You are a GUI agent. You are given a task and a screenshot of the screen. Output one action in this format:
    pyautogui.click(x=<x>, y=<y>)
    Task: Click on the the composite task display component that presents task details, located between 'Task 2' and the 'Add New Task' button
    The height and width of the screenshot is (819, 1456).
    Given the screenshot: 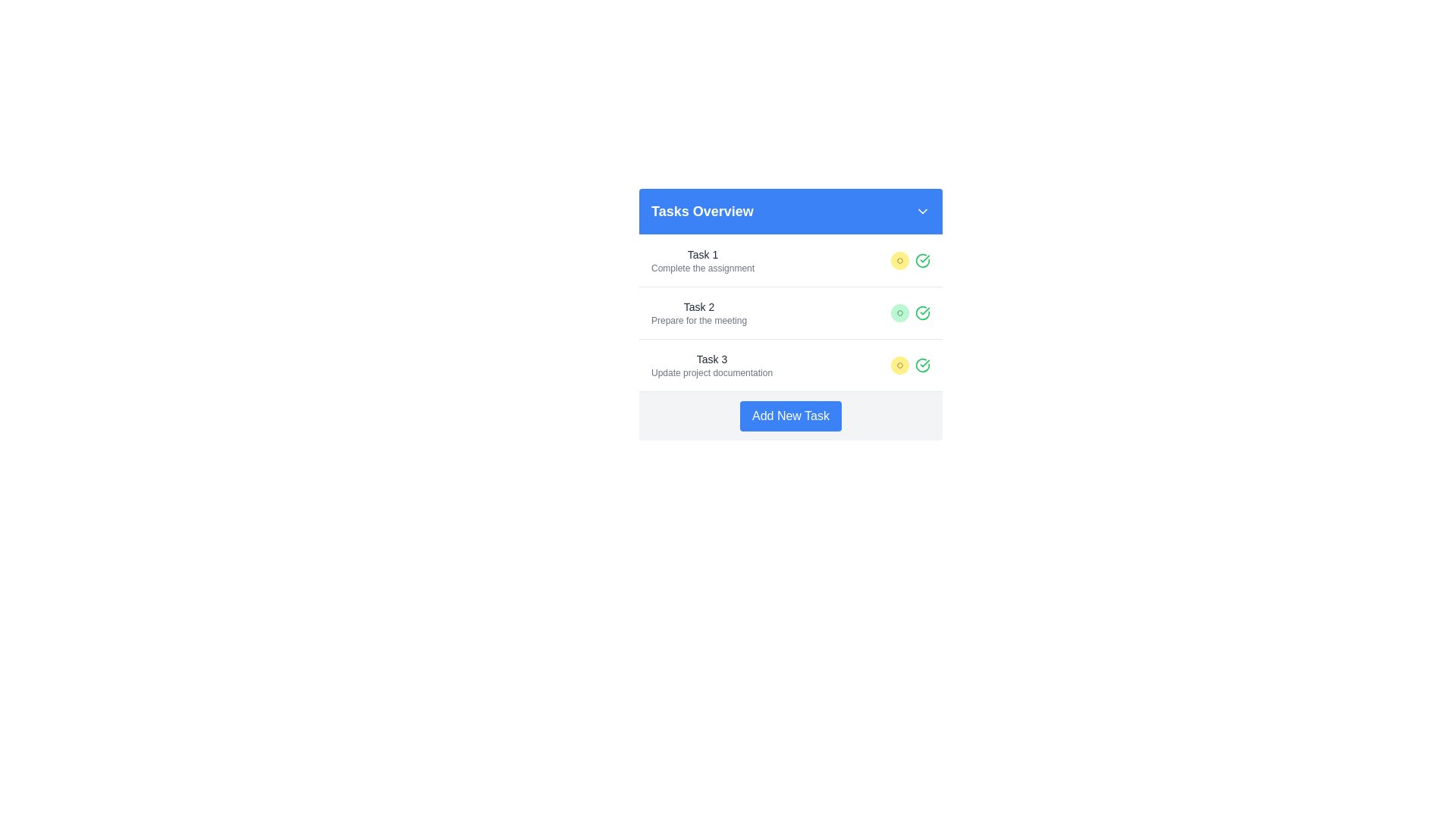 What is the action you would take?
    pyautogui.click(x=789, y=366)
    